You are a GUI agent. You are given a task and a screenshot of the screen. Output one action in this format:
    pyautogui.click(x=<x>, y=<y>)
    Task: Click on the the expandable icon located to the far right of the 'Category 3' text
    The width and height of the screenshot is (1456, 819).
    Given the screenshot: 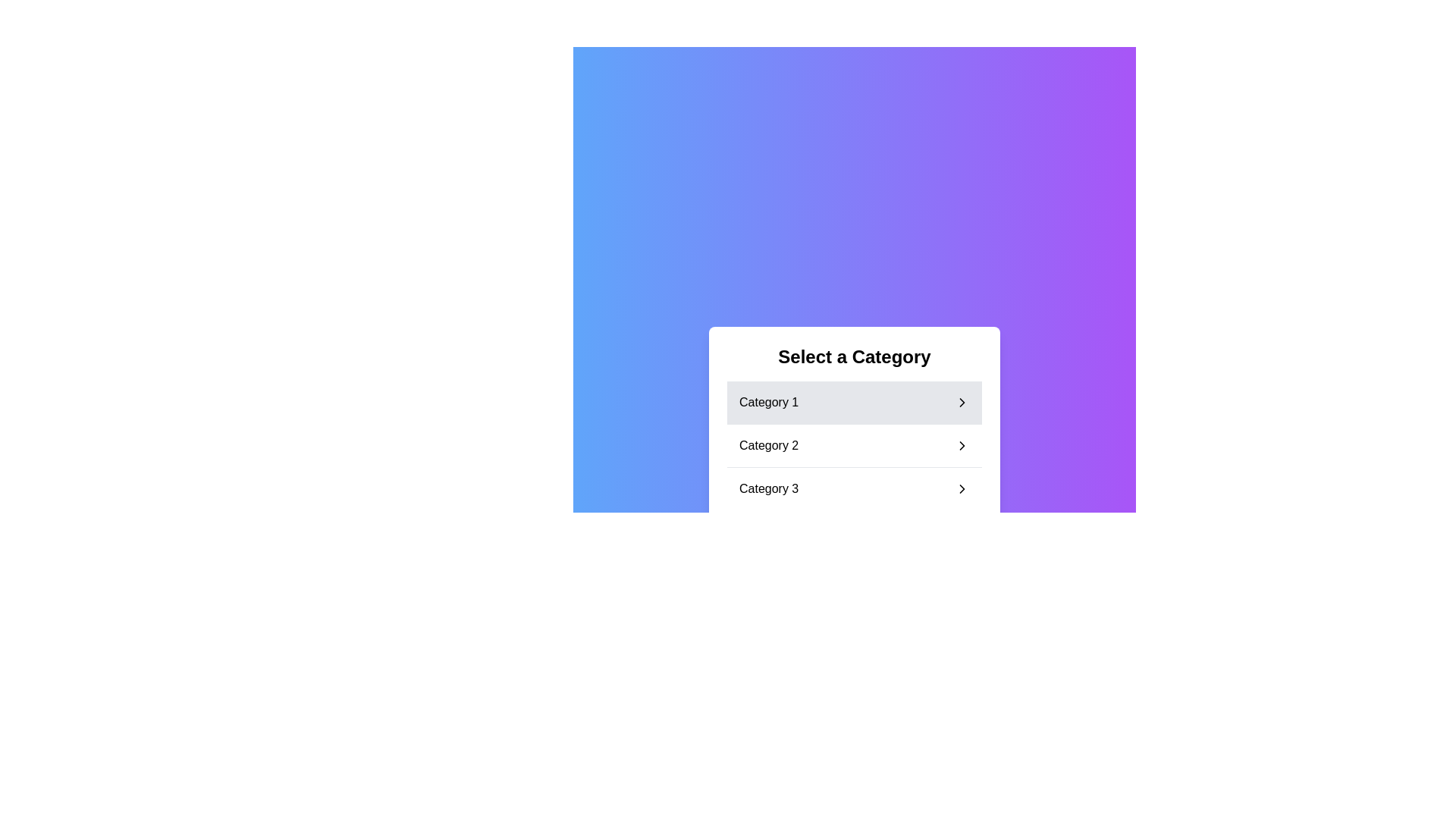 What is the action you would take?
    pyautogui.click(x=961, y=488)
    